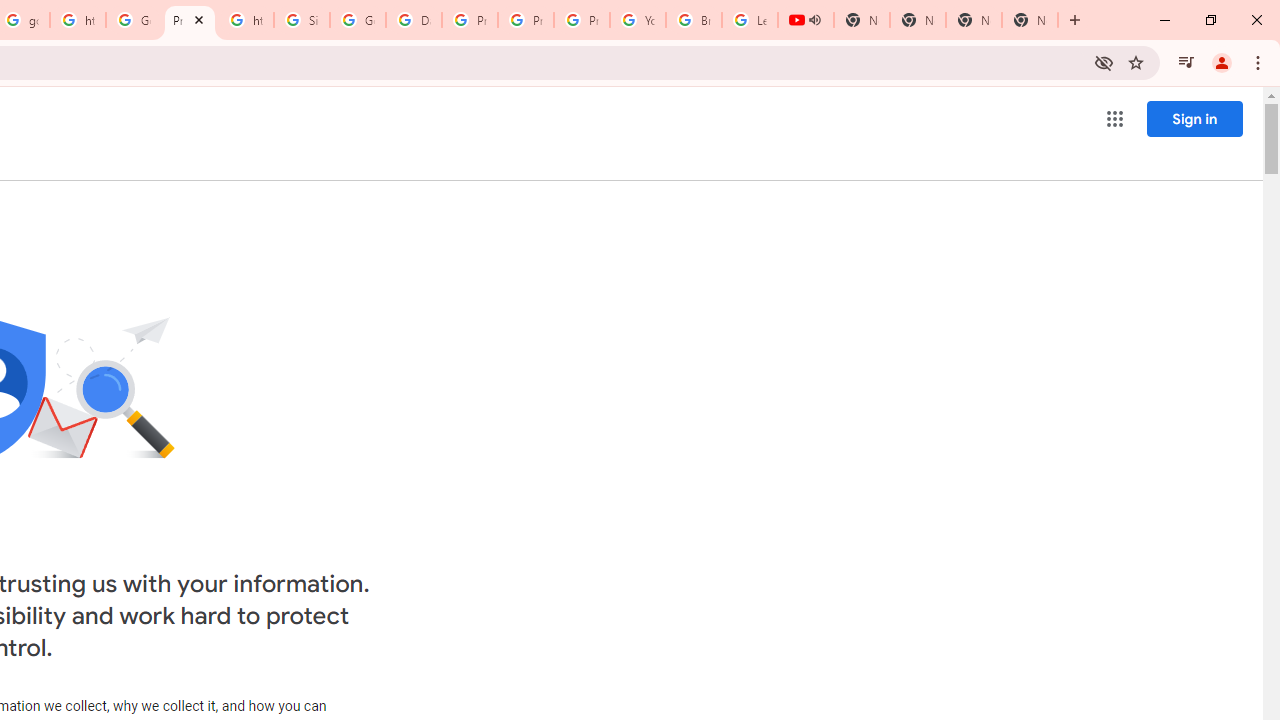  What do you see at coordinates (78, 20) in the screenshot?
I see `'https://scholar.google.com/'` at bounding box center [78, 20].